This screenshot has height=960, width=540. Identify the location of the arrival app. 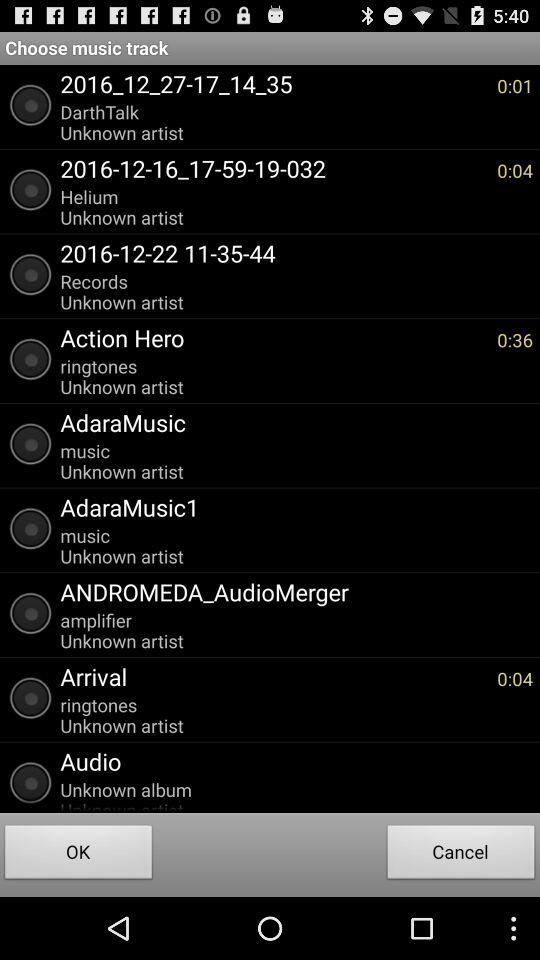
(272, 676).